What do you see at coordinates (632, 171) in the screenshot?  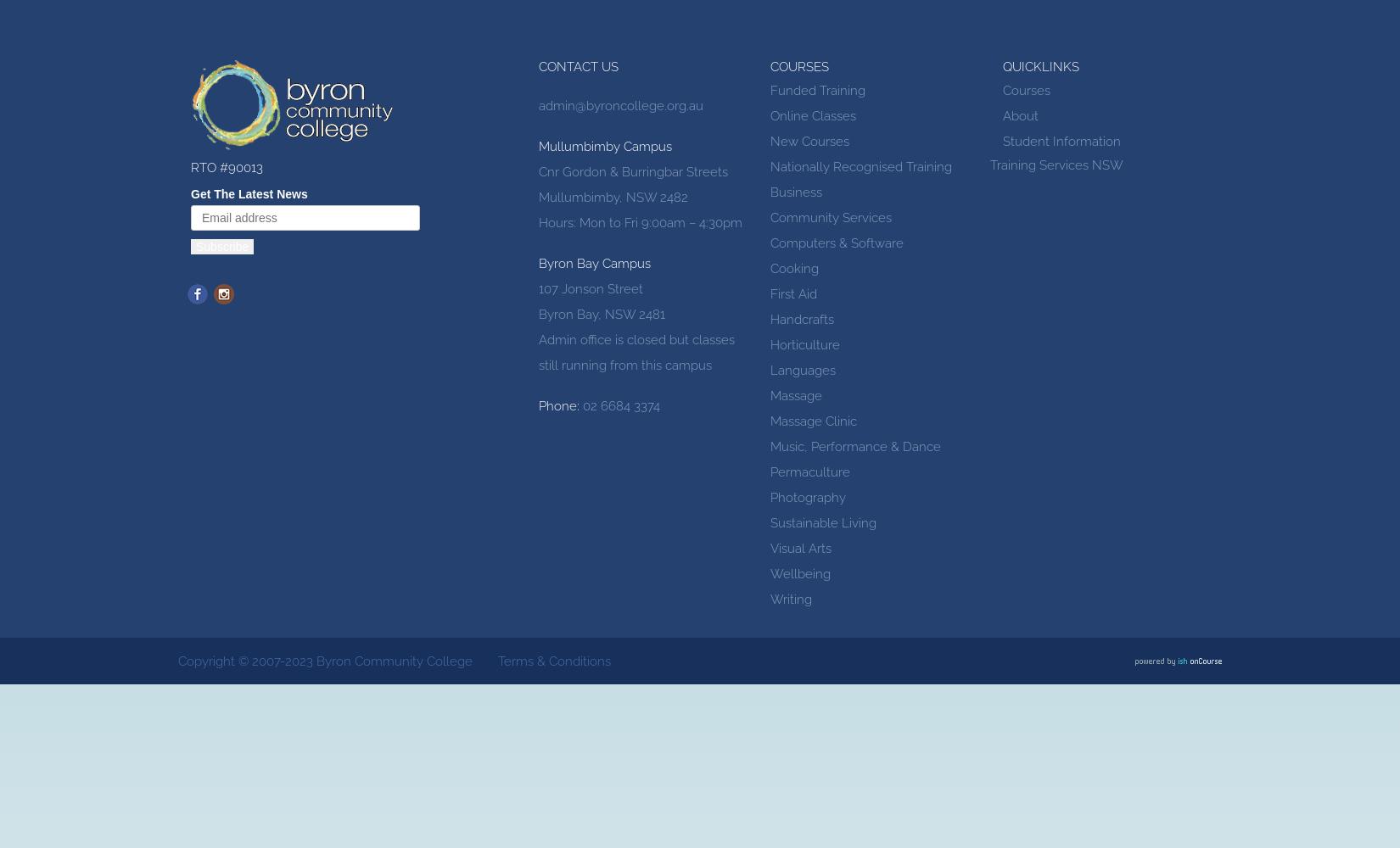 I see `'Cnr Gordon & Burringbar Streets'` at bounding box center [632, 171].